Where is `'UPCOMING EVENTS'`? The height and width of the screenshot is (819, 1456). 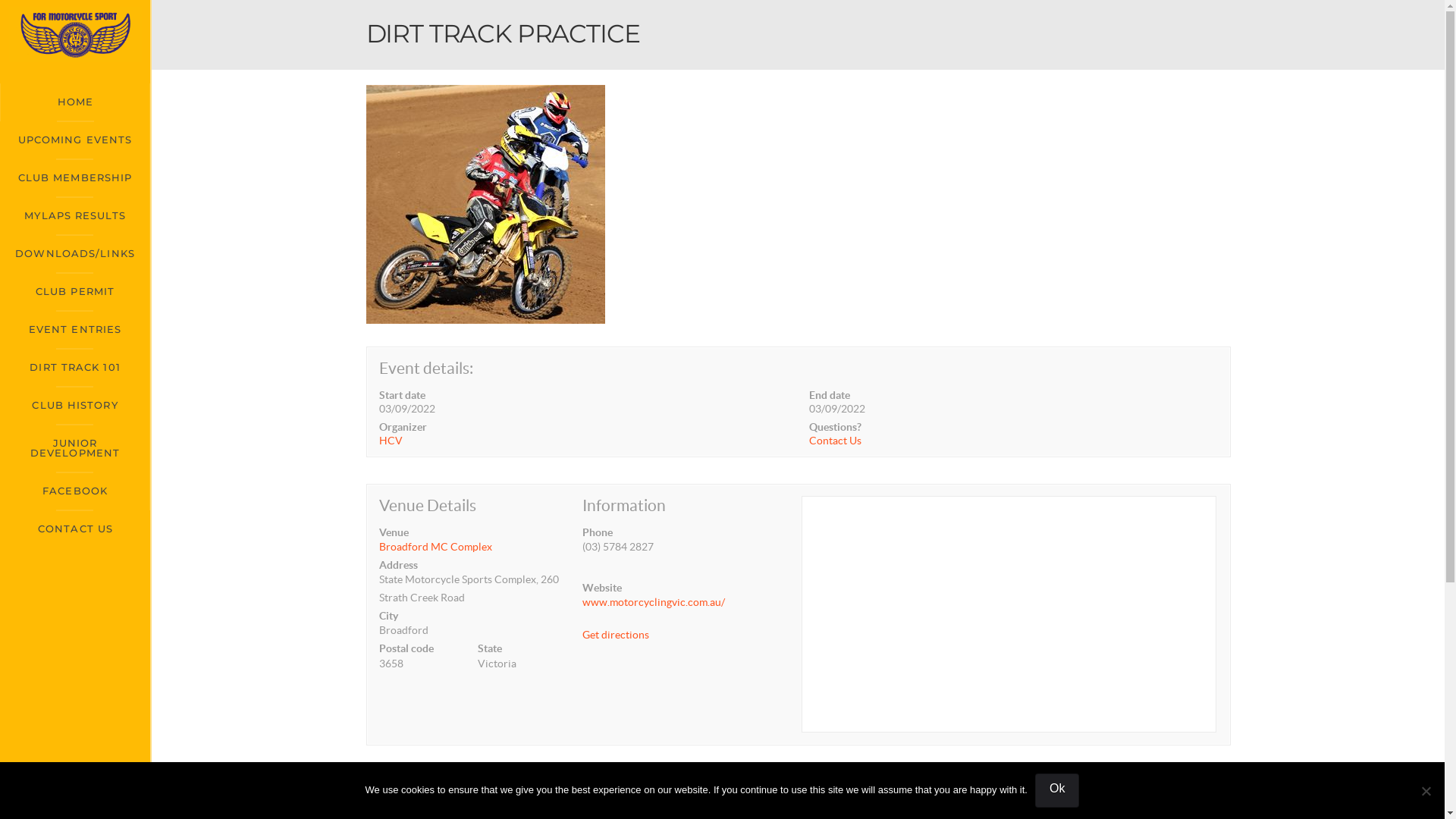
'UPCOMING EVENTS' is located at coordinates (74, 140).